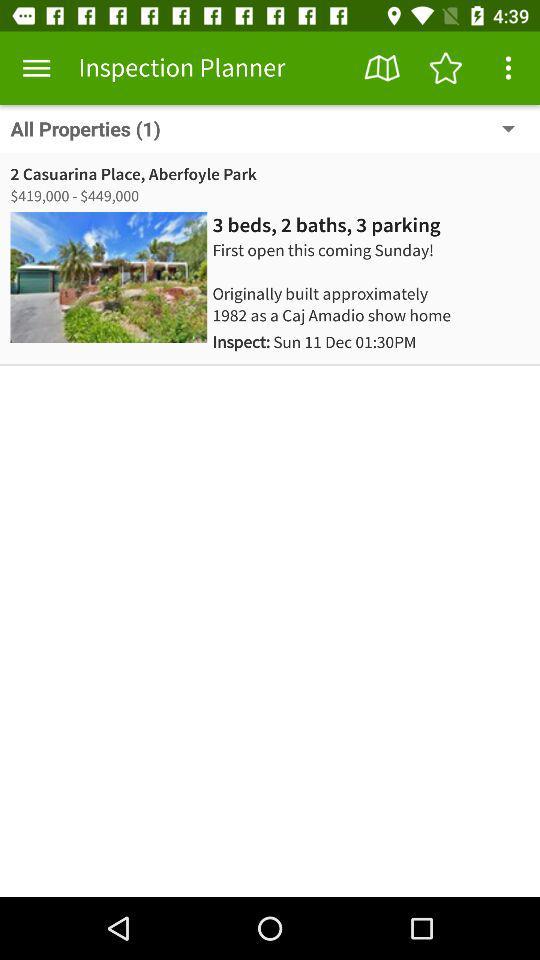 The width and height of the screenshot is (540, 960). What do you see at coordinates (445, 68) in the screenshot?
I see `the icon above the all properties (1)` at bounding box center [445, 68].